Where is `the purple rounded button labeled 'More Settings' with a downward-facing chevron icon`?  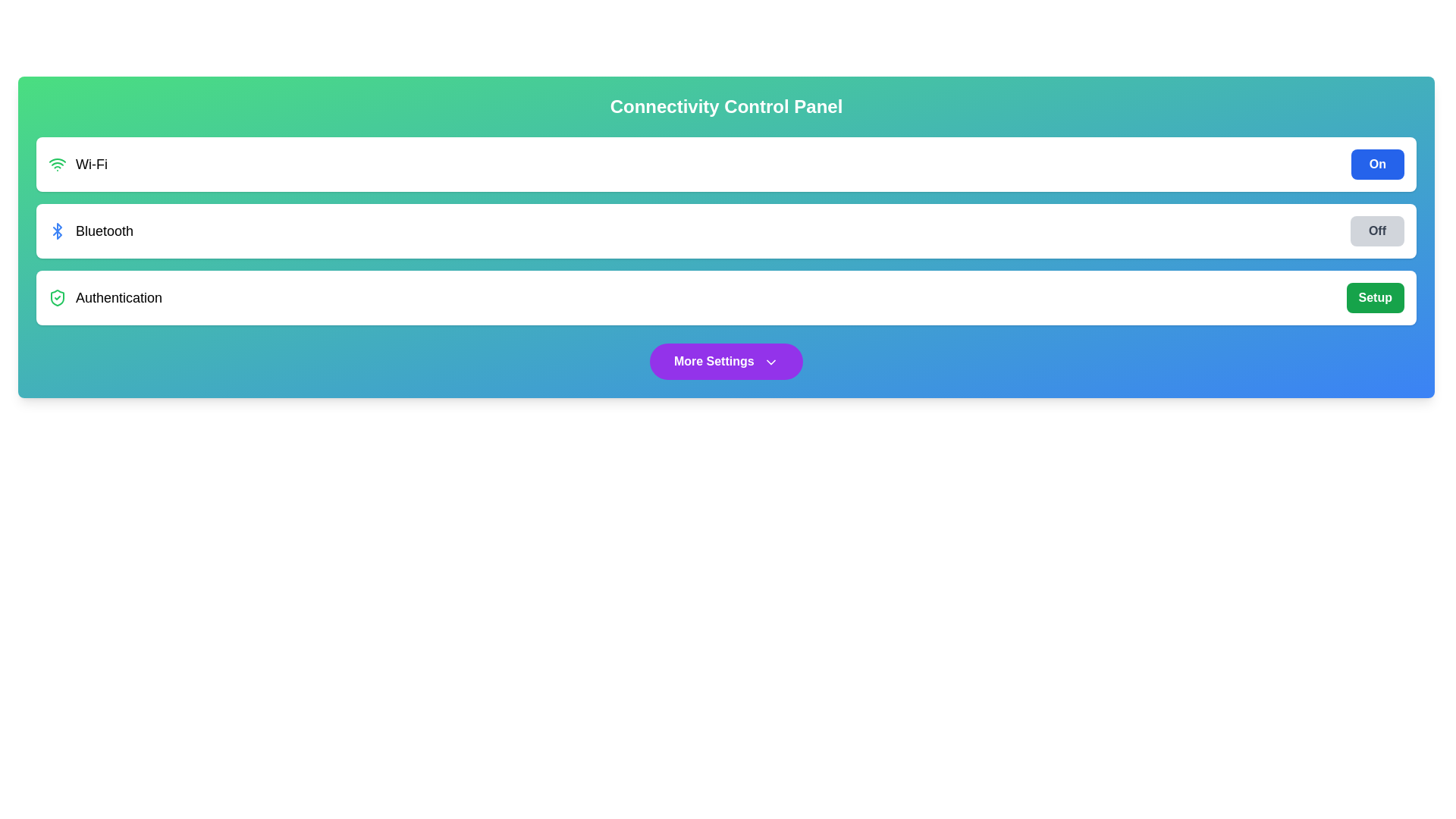 the purple rounded button labeled 'More Settings' with a downward-facing chevron icon is located at coordinates (726, 362).